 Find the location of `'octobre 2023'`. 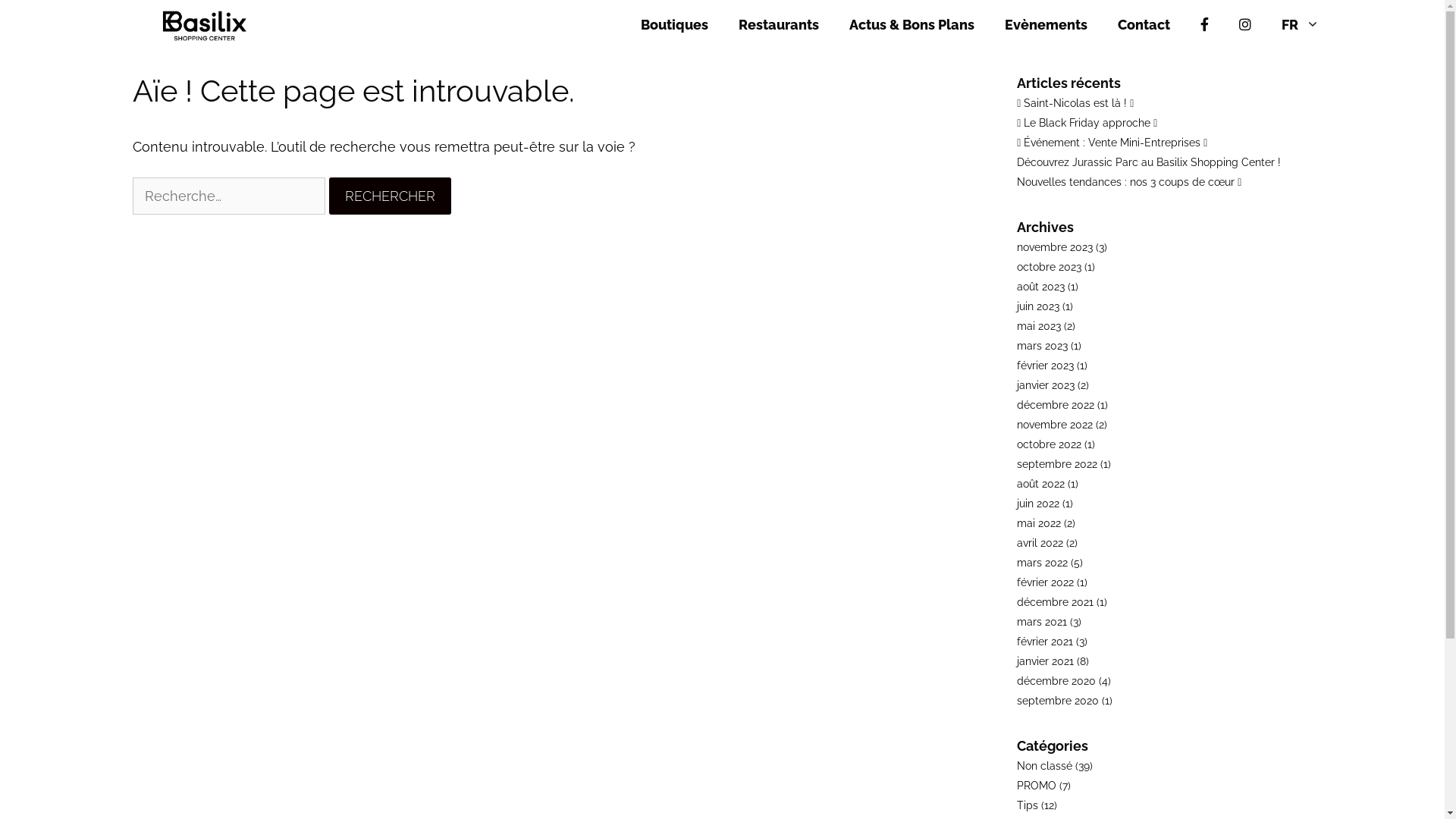

'octobre 2023' is located at coordinates (1016, 265).